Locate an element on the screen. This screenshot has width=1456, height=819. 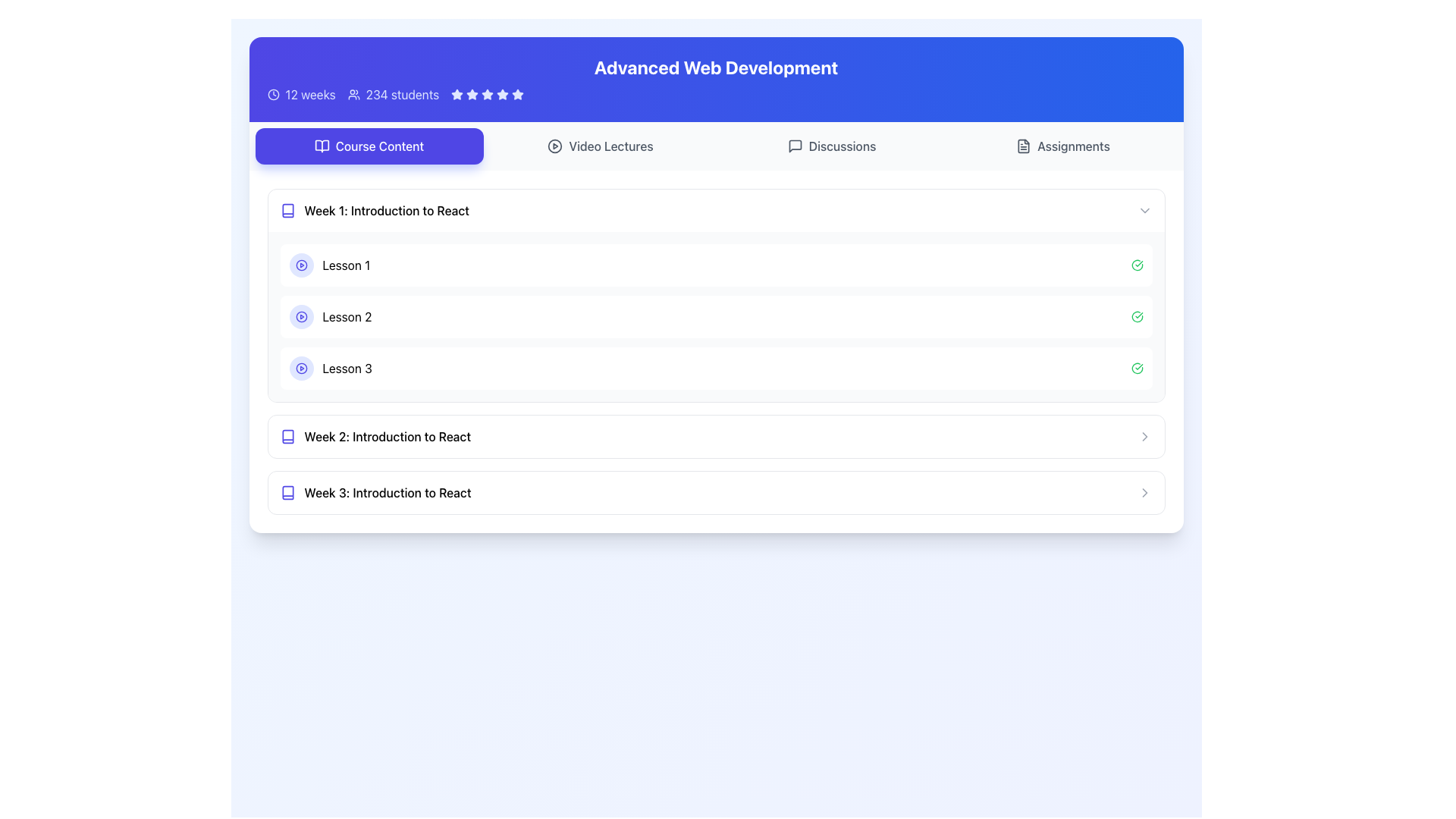
the clock icon located to the left of the '12 weeks' label under the title 'Advanced Web Development' in the blue header area is located at coordinates (273, 94).